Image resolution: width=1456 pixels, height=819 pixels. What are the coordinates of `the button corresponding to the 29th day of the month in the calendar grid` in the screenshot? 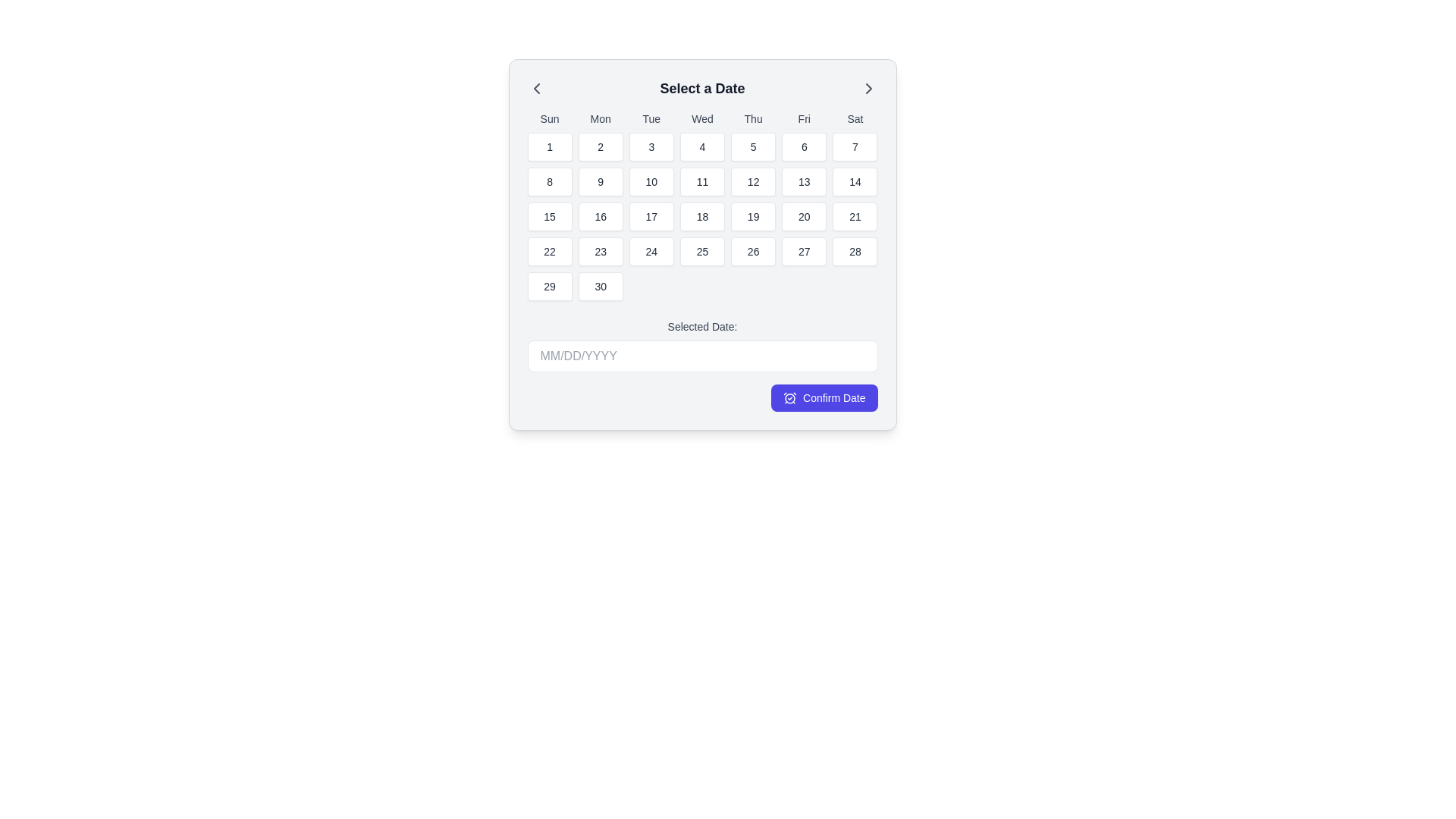 It's located at (548, 287).